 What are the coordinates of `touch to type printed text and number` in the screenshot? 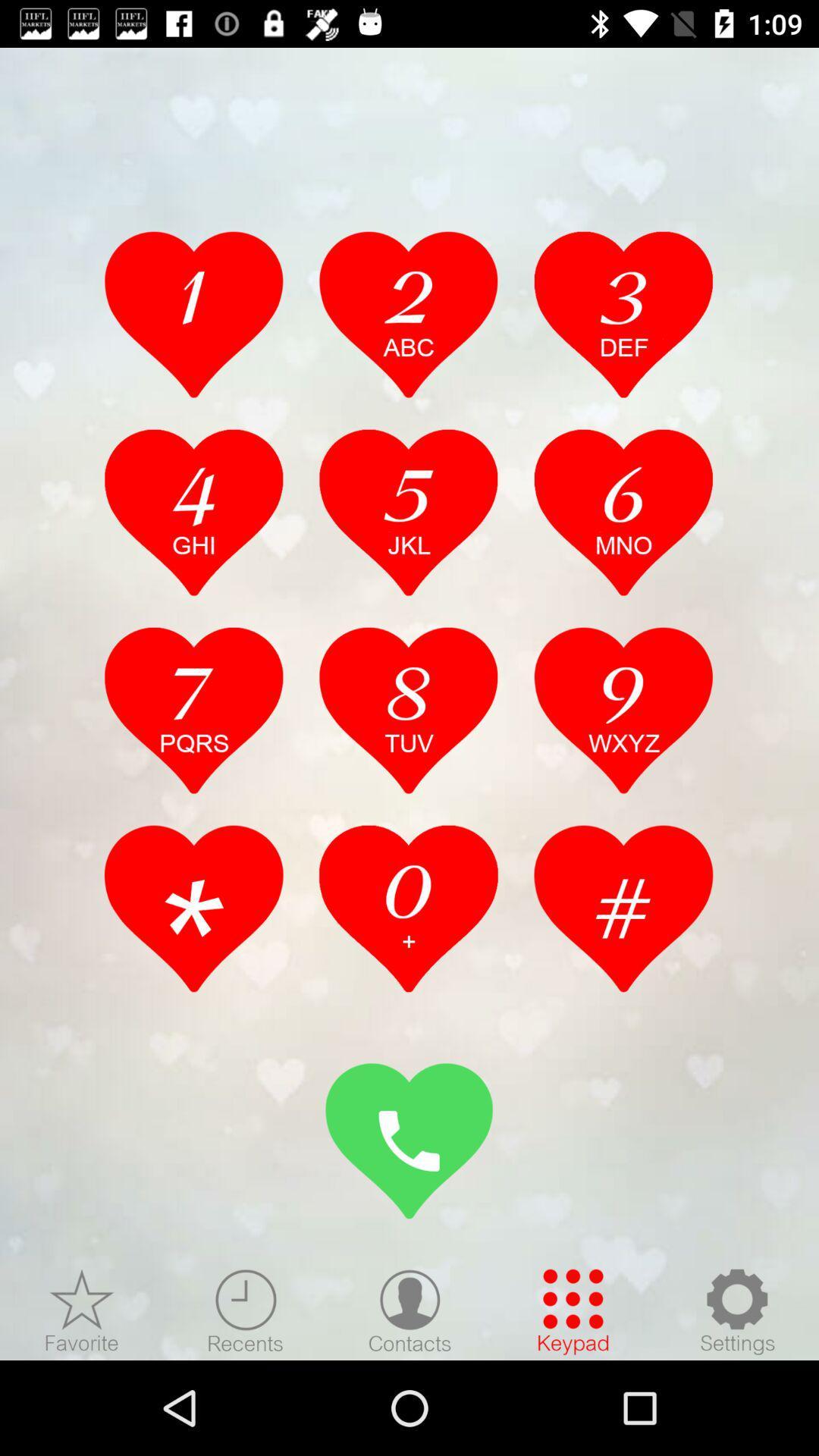 It's located at (408, 512).